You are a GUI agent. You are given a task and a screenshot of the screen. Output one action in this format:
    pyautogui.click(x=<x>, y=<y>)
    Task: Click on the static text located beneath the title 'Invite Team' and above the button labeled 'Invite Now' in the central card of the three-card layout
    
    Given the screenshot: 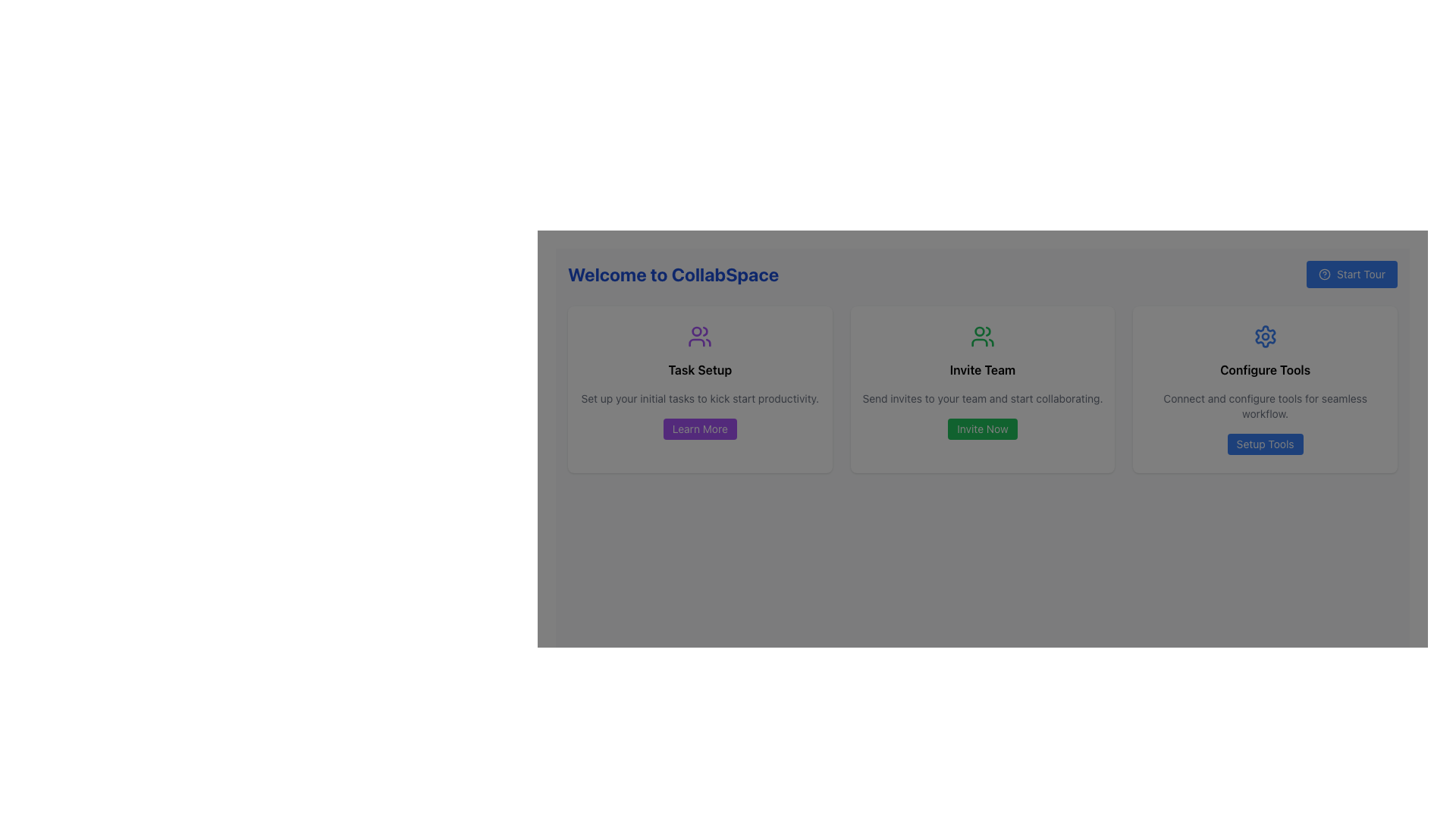 What is the action you would take?
    pyautogui.click(x=983, y=397)
    